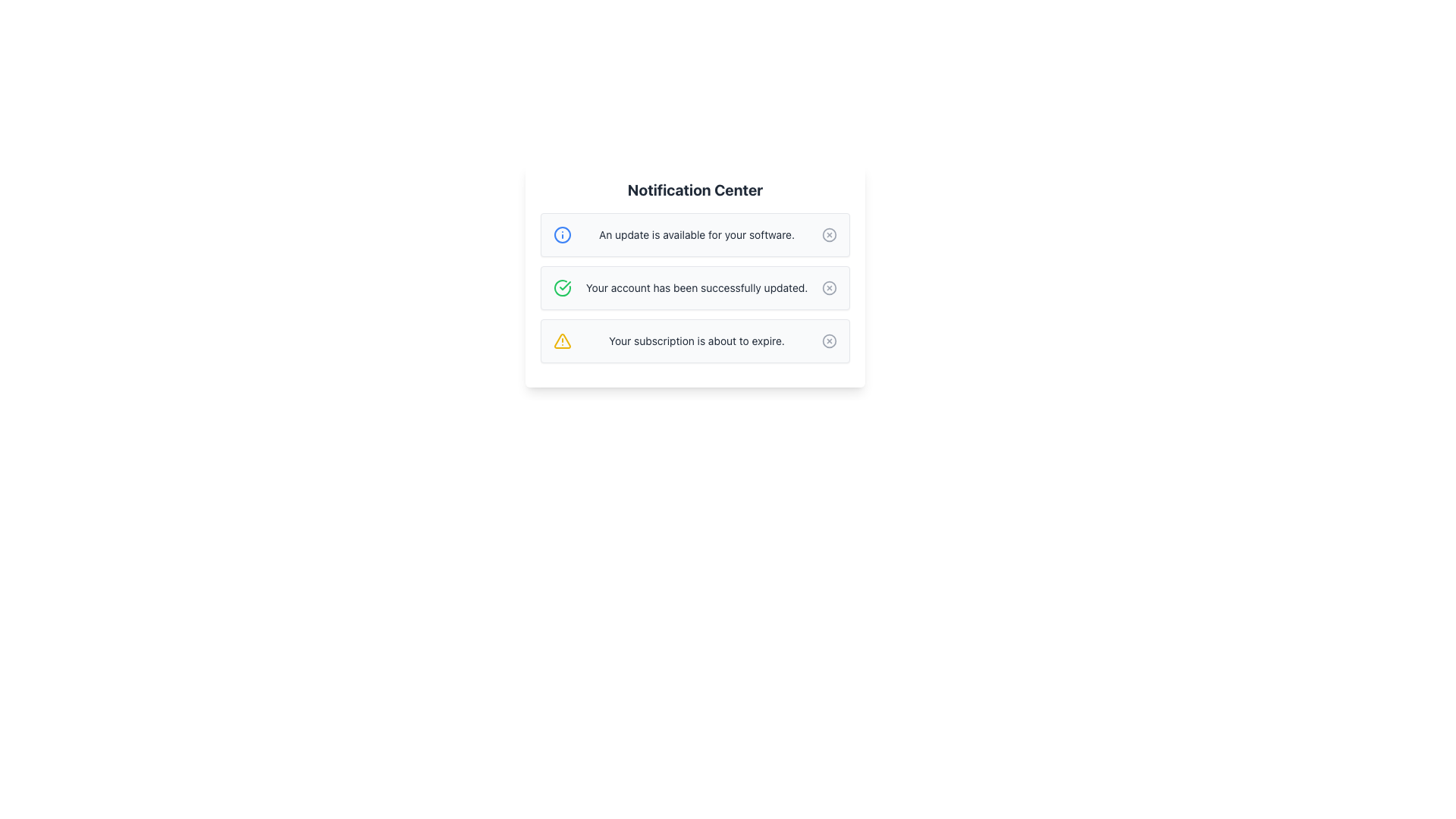 The height and width of the screenshot is (819, 1456). Describe the element at coordinates (694, 189) in the screenshot. I see `the 'Notification Center' title header, which is a bold, large-sized text label displayed in dark gray at the top of the notification card interface` at that location.